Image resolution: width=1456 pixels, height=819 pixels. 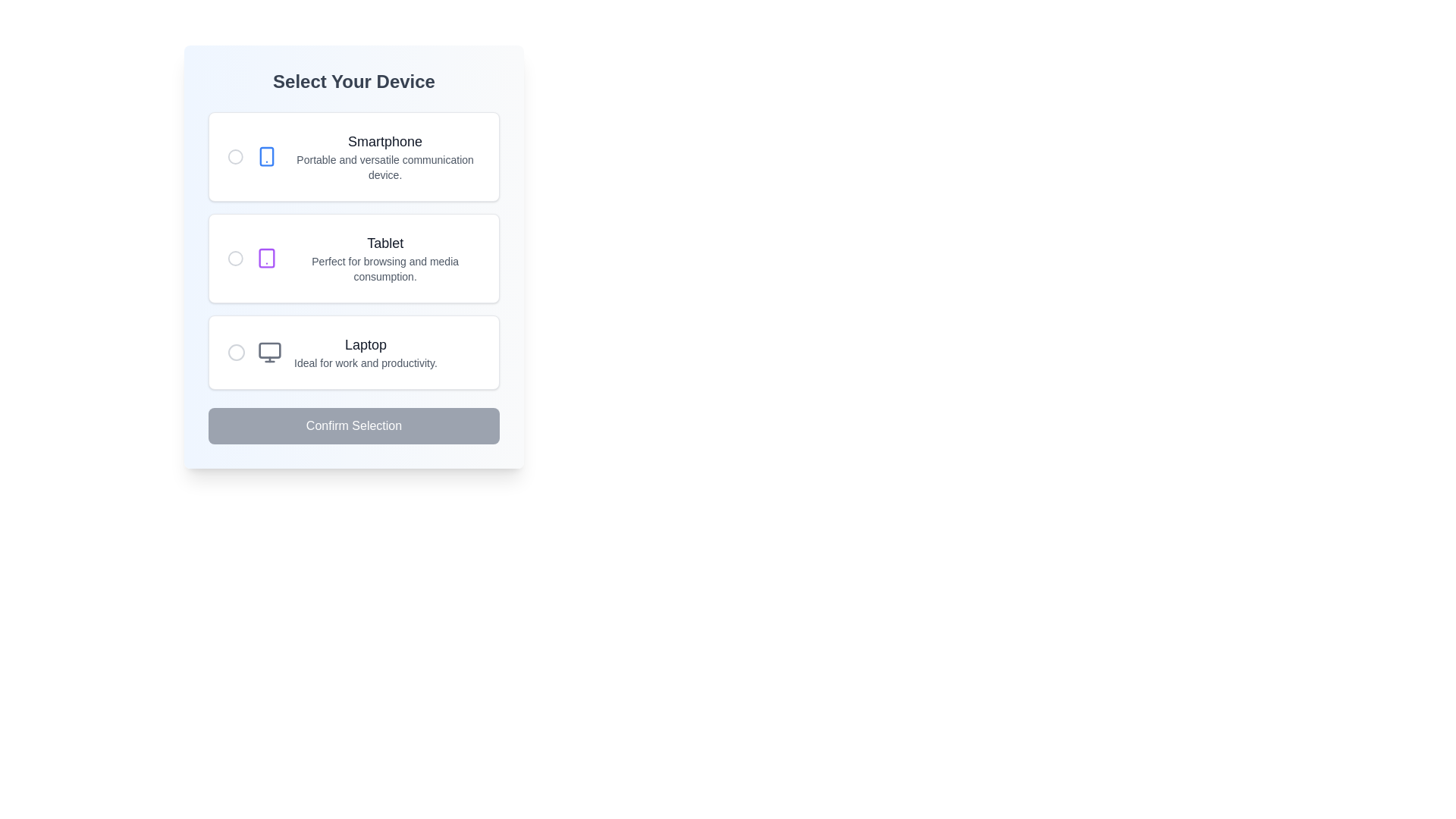 I want to click on the circular radio button indicator located in the third option group labeled 'Laptop', positioned at the left side of the text description, so click(x=236, y=353).